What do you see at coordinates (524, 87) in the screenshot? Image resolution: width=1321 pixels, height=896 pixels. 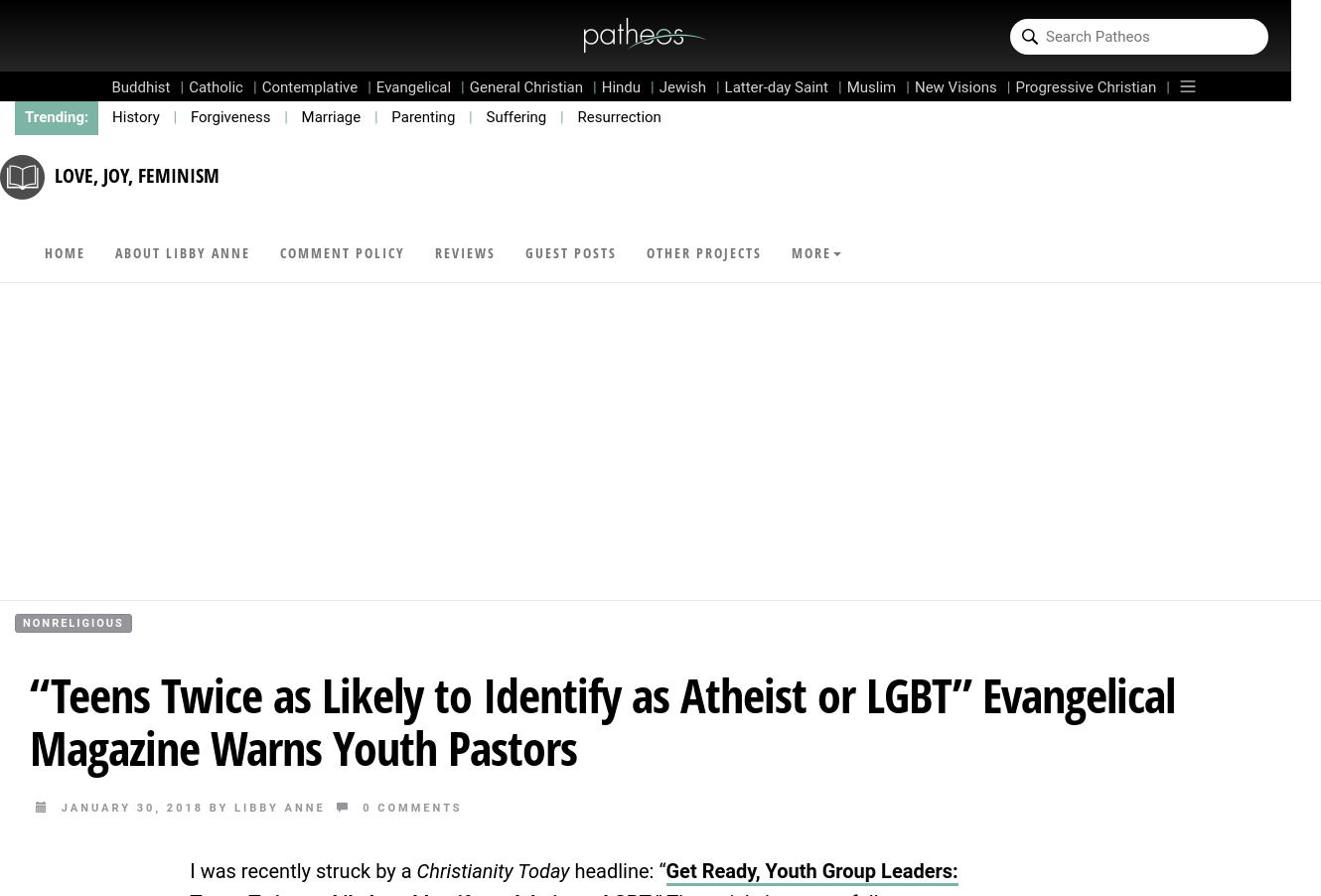 I see `'General Christian'` at bounding box center [524, 87].